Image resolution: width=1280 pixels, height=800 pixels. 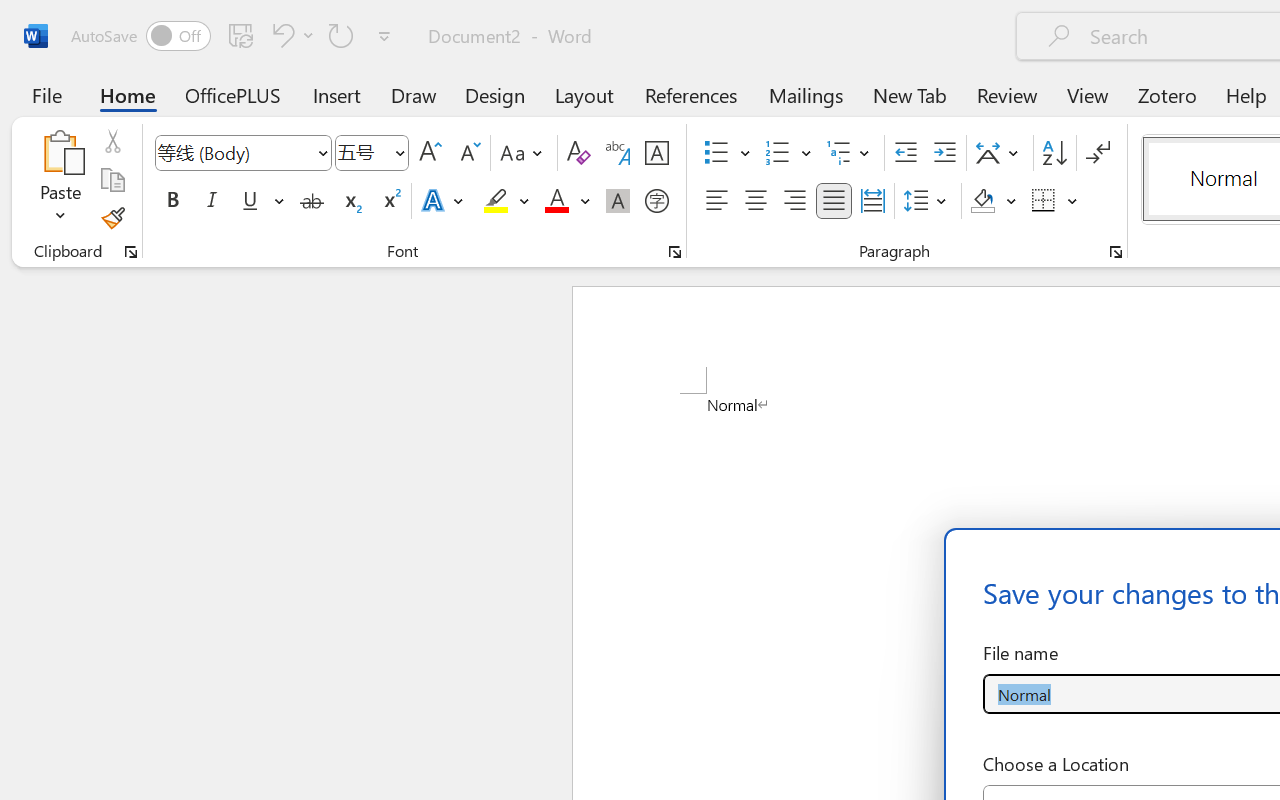 I want to click on 'New Tab', so click(x=909, y=94).